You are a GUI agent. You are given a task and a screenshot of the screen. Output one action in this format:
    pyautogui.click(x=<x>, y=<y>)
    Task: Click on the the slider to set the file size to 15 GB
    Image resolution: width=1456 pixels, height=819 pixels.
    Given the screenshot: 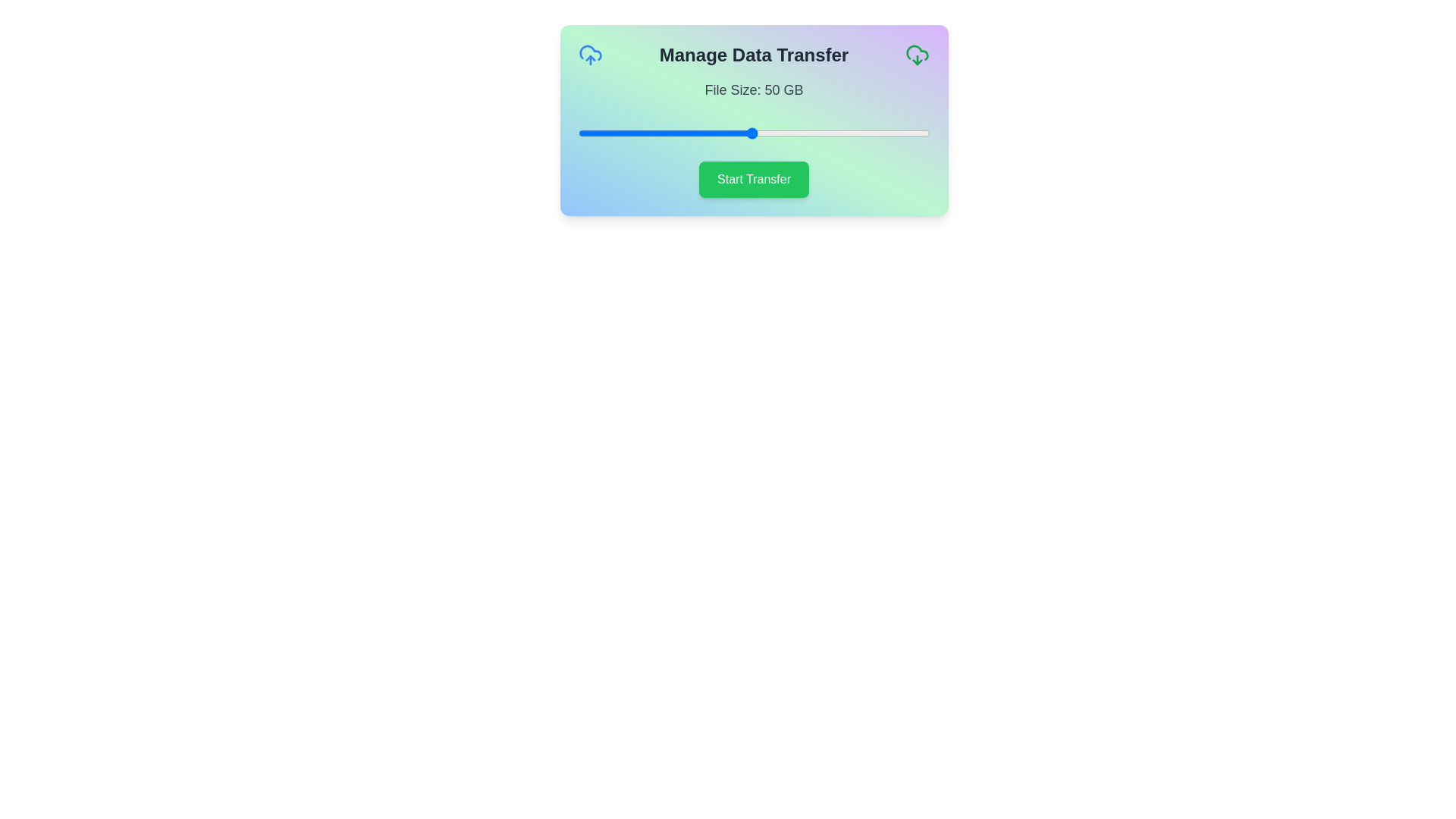 What is the action you would take?
    pyautogui.click(x=628, y=133)
    